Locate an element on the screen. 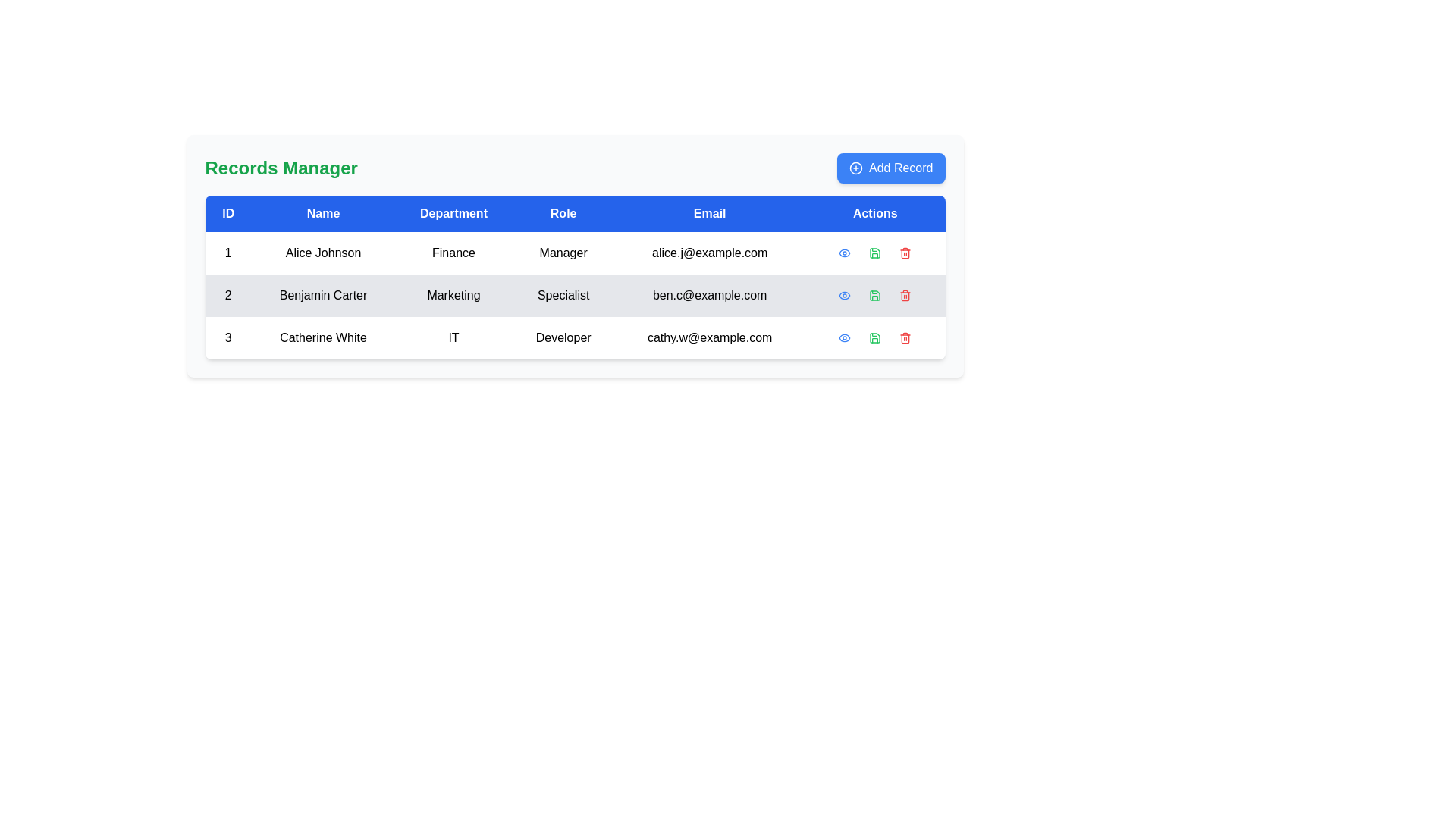 The width and height of the screenshot is (1456, 819). the button located in the 'Actions' column of the first row of the table, positioned between the blue eye icon button and the red trash button is located at coordinates (875, 253).